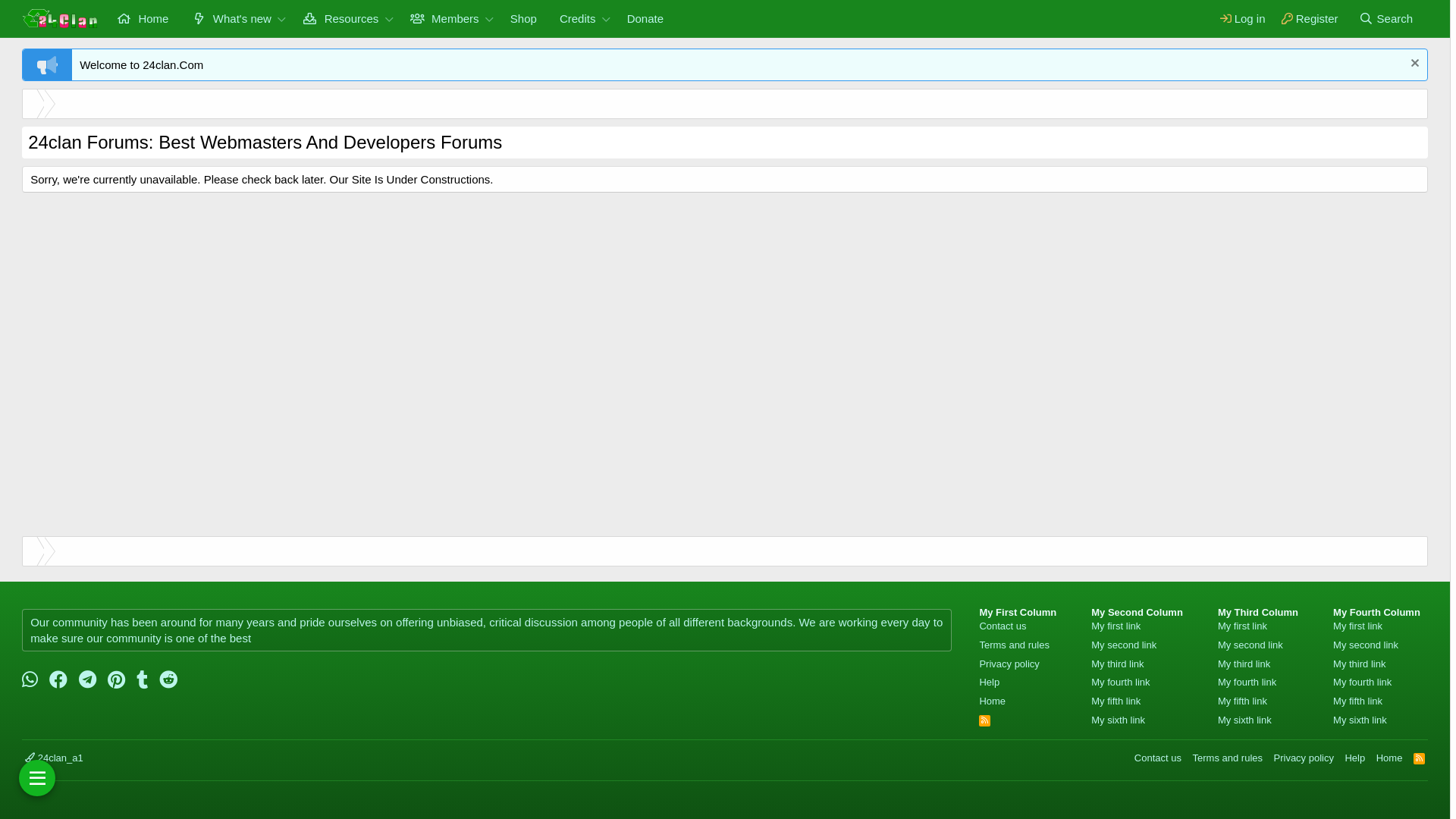  What do you see at coordinates (54, 758) in the screenshot?
I see `'24clan_a1'` at bounding box center [54, 758].